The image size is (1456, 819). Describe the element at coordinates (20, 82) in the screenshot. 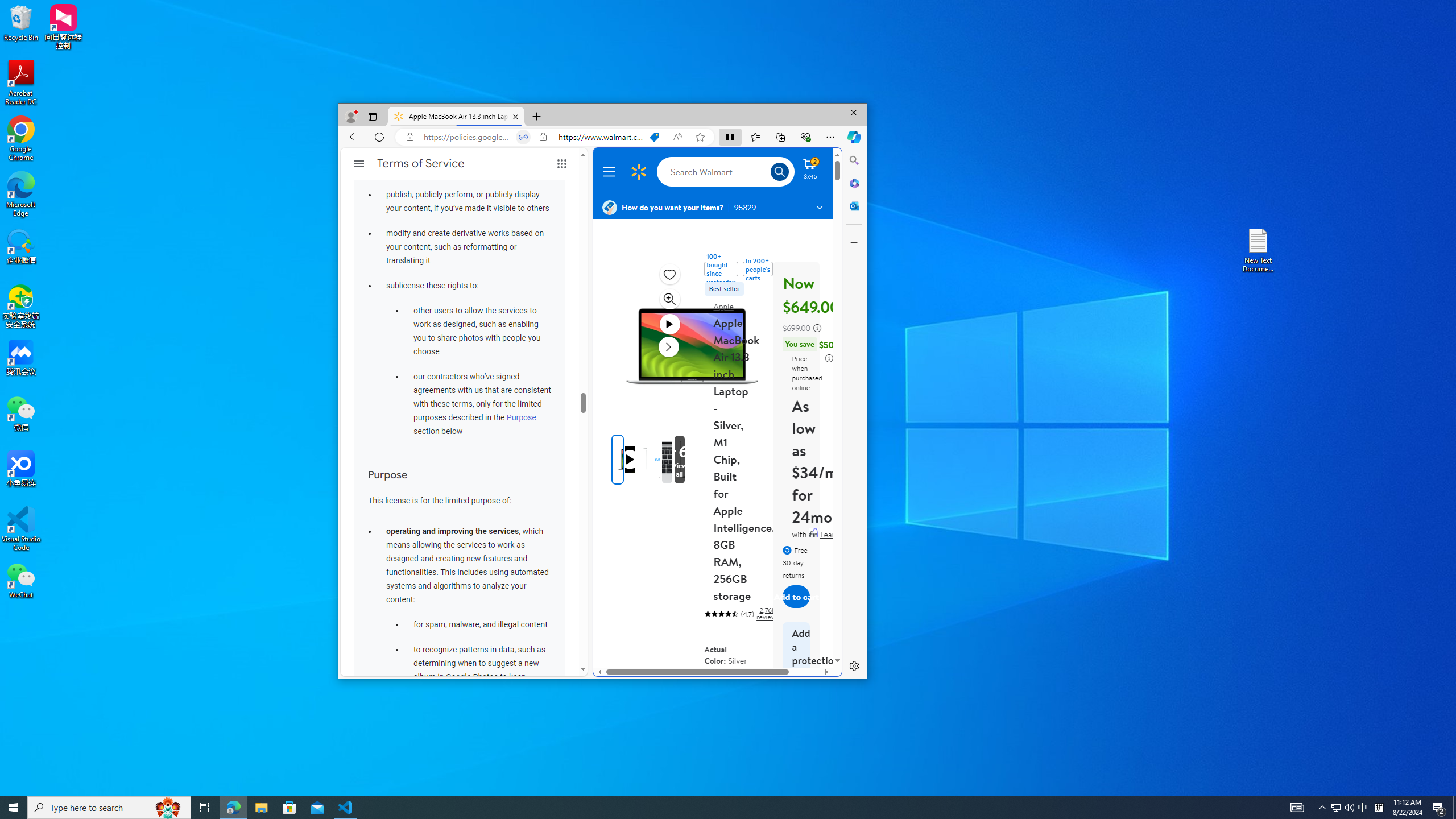

I see `'Acrobat Reader DC'` at that location.